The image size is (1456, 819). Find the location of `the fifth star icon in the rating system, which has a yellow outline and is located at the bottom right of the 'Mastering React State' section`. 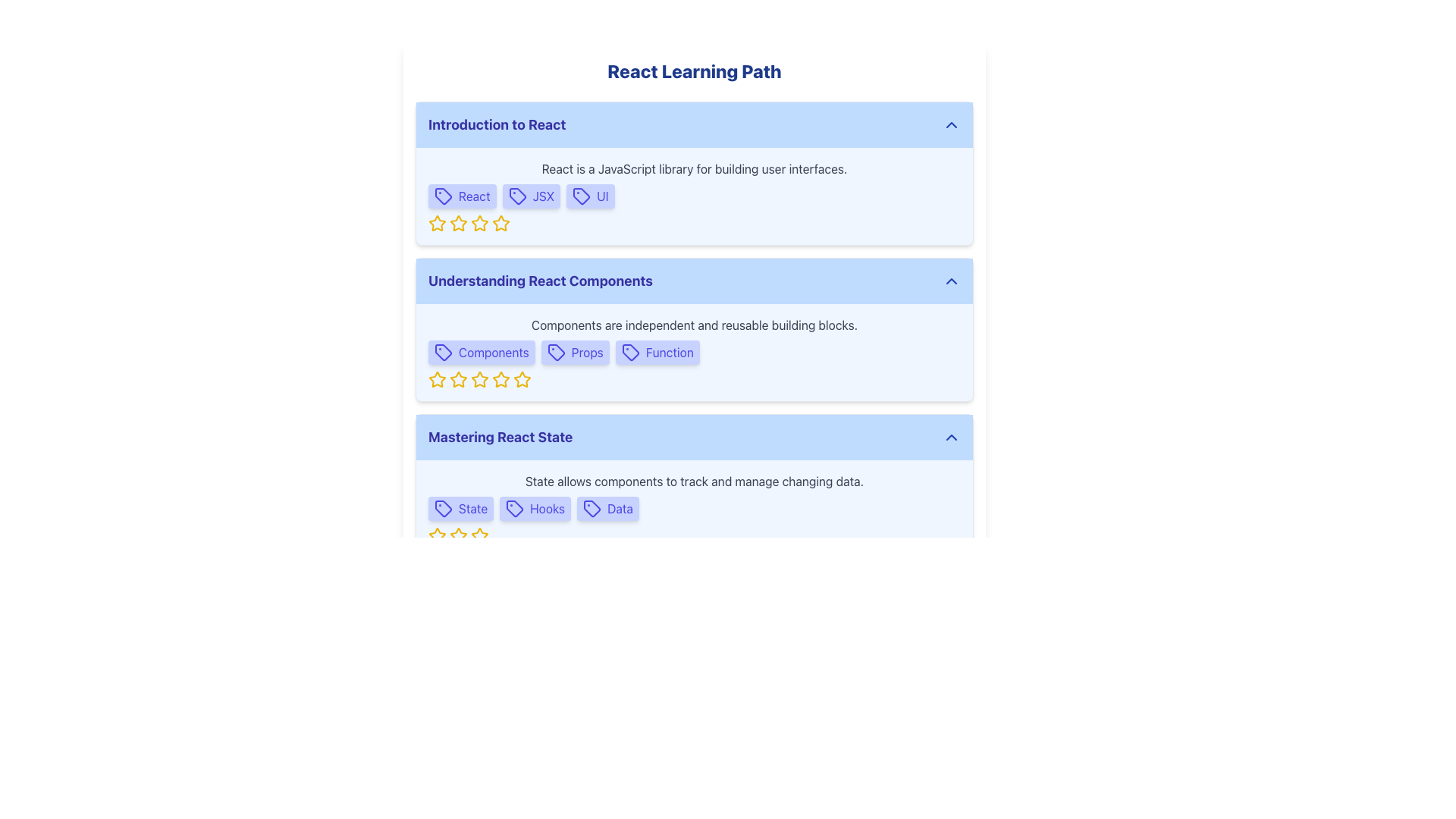

the fifth star icon in the rating system, which has a yellow outline and is located at the bottom right of the 'Mastering React State' section is located at coordinates (457, 535).